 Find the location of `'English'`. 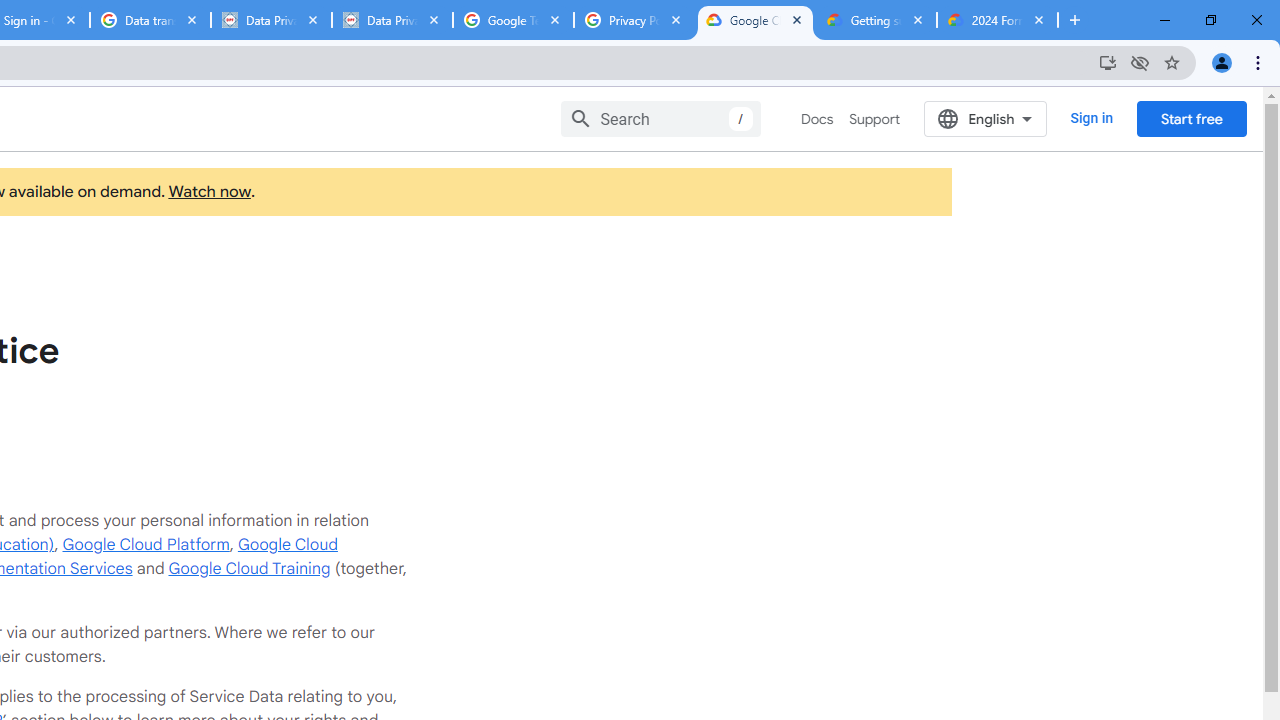

'English' is located at coordinates (985, 118).